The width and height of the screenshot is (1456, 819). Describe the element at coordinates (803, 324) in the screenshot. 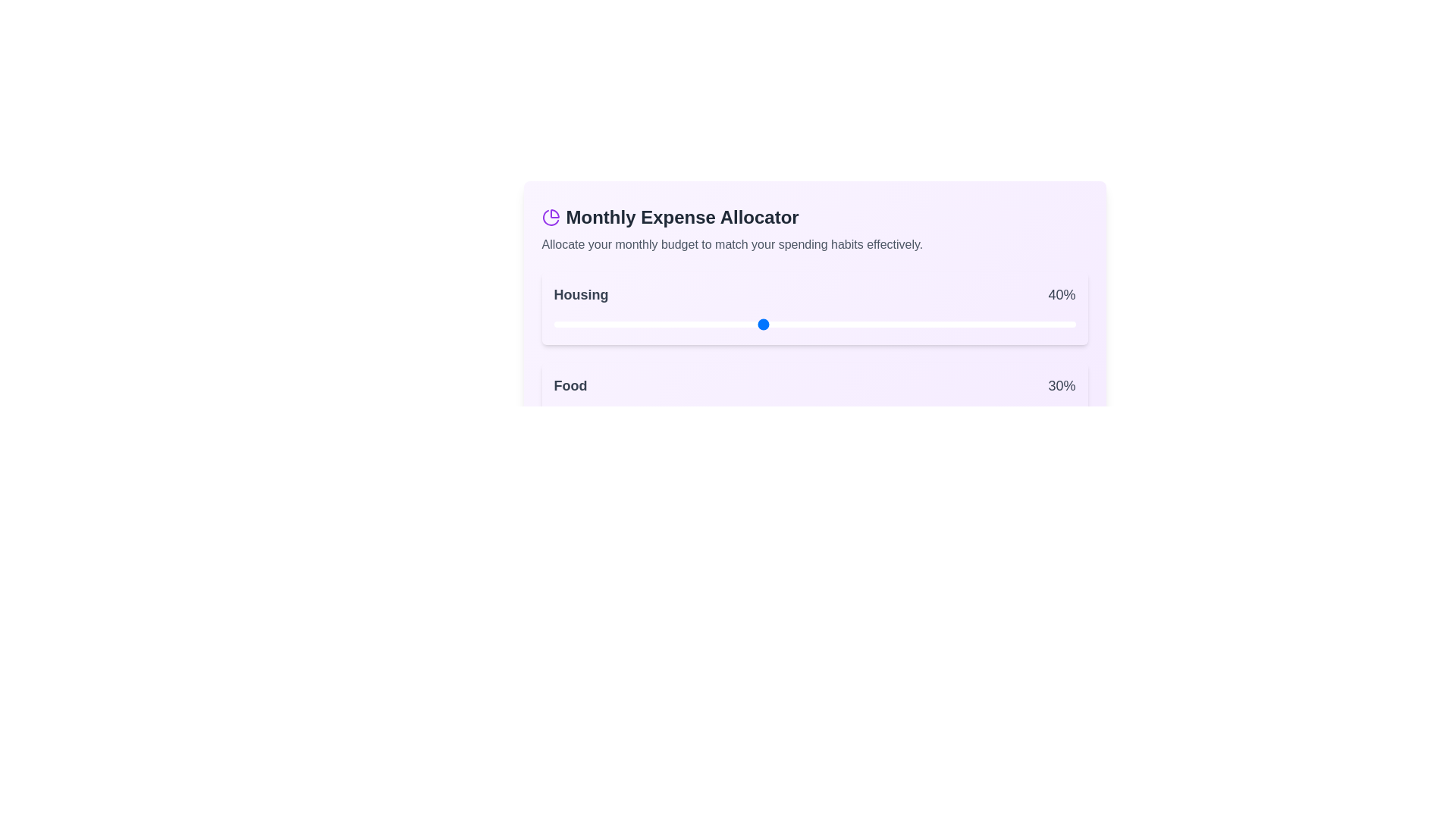

I see `the budget for Housing` at that location.